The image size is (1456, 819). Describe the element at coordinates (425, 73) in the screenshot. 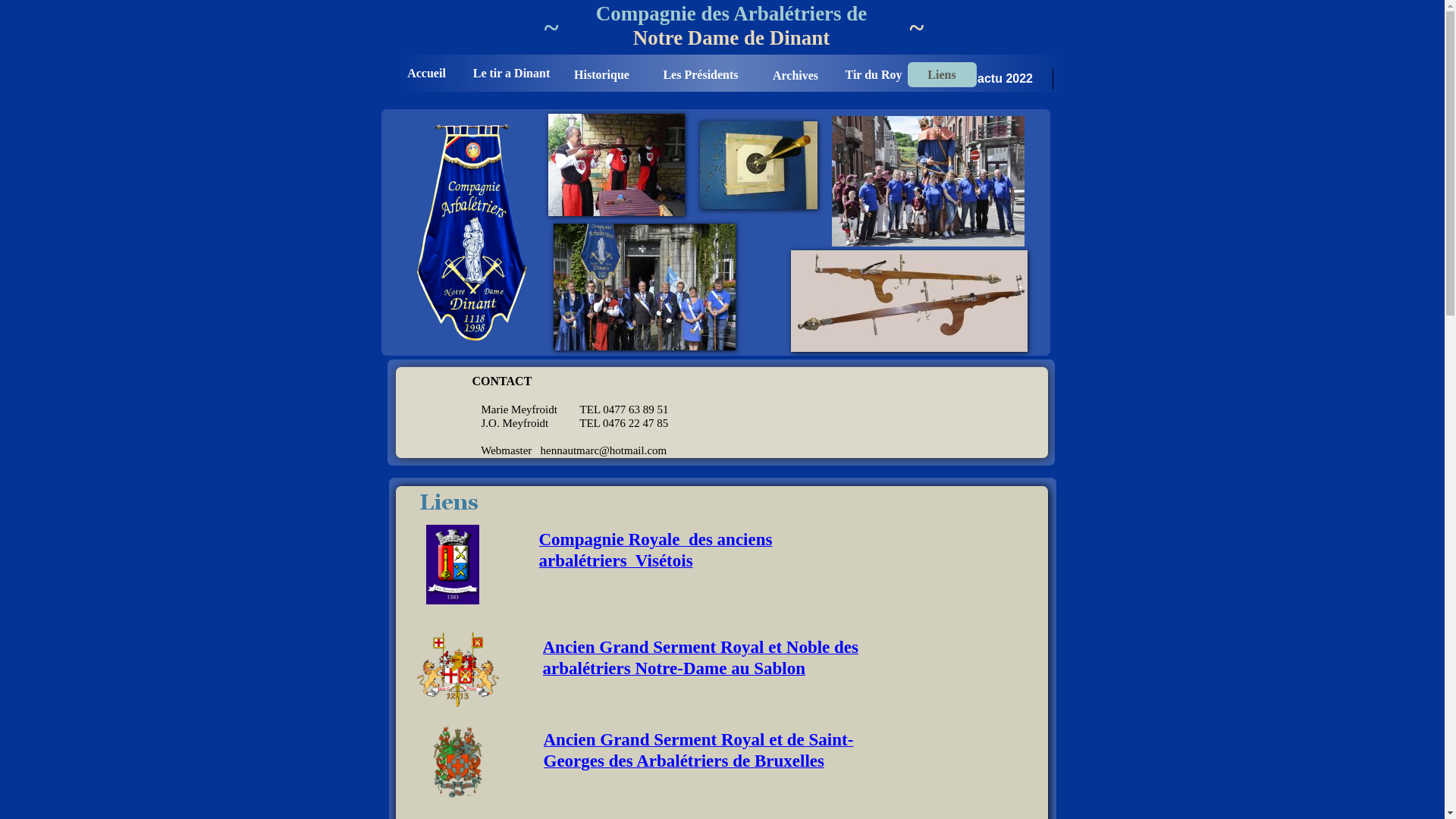

I see `'Accueil'` at that location.